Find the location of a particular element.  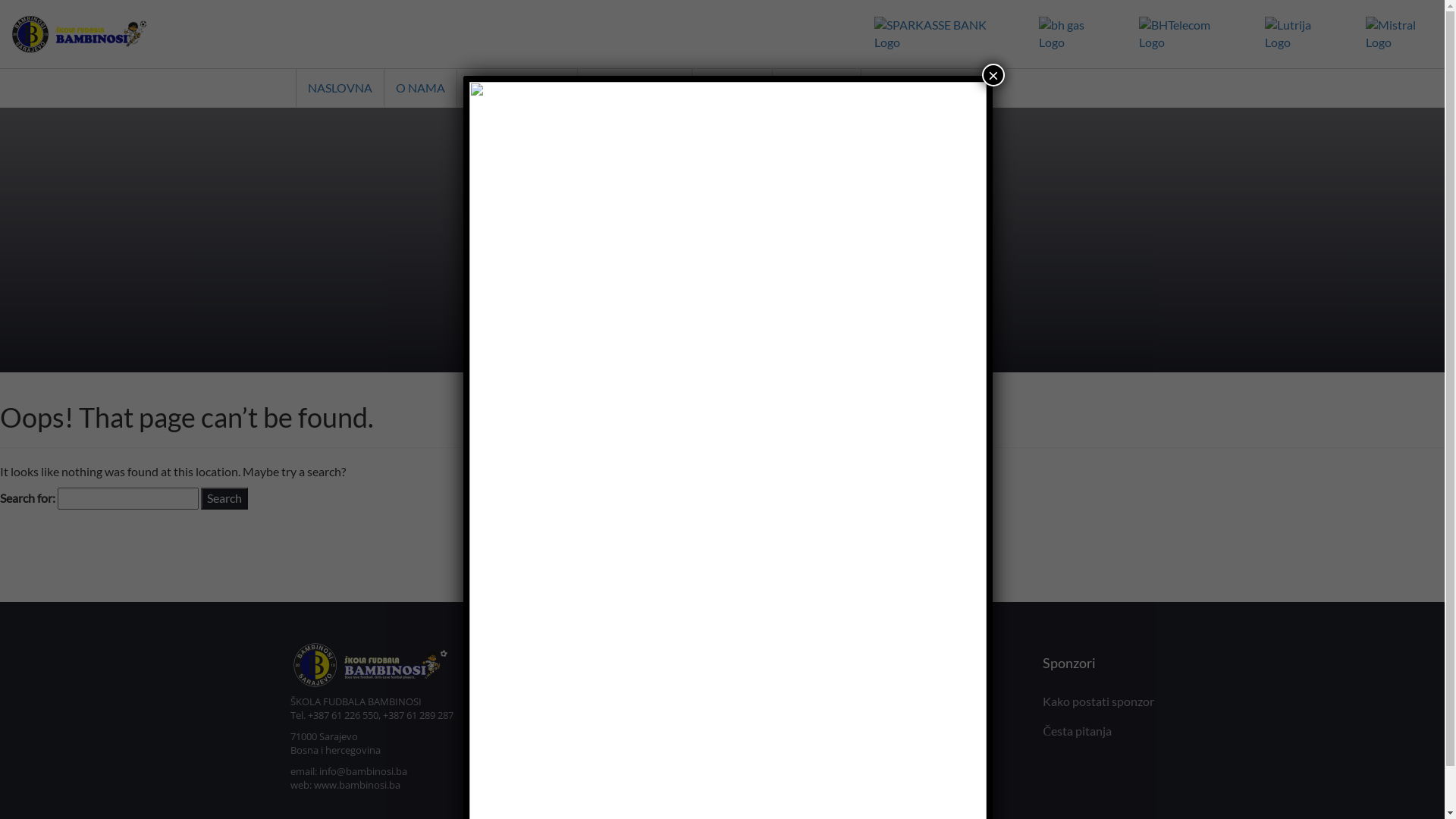

'INFORMACIJE' is located at coordinates (634, 87).